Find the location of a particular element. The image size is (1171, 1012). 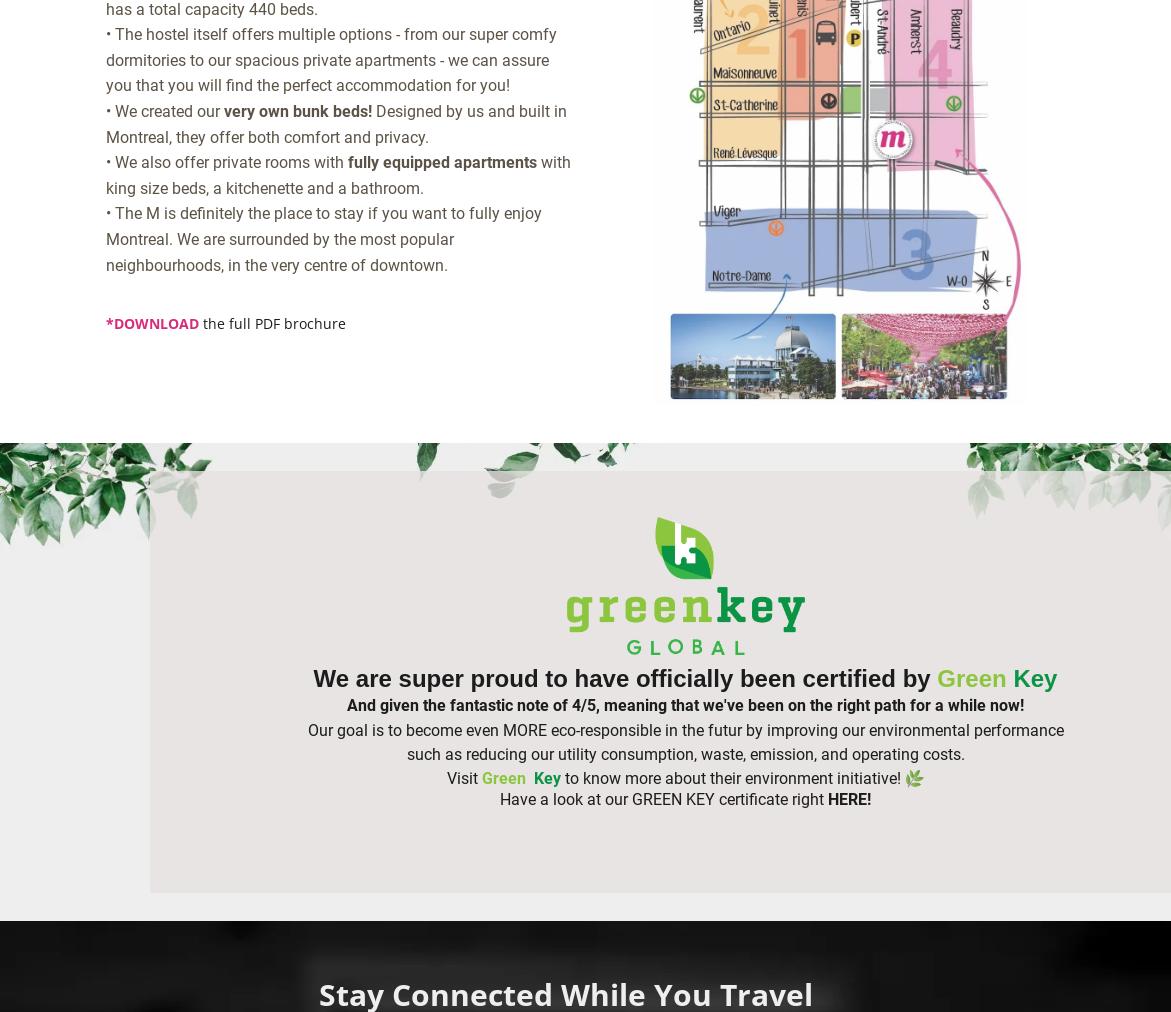

'HERE' is located at coordinates (846, 797).